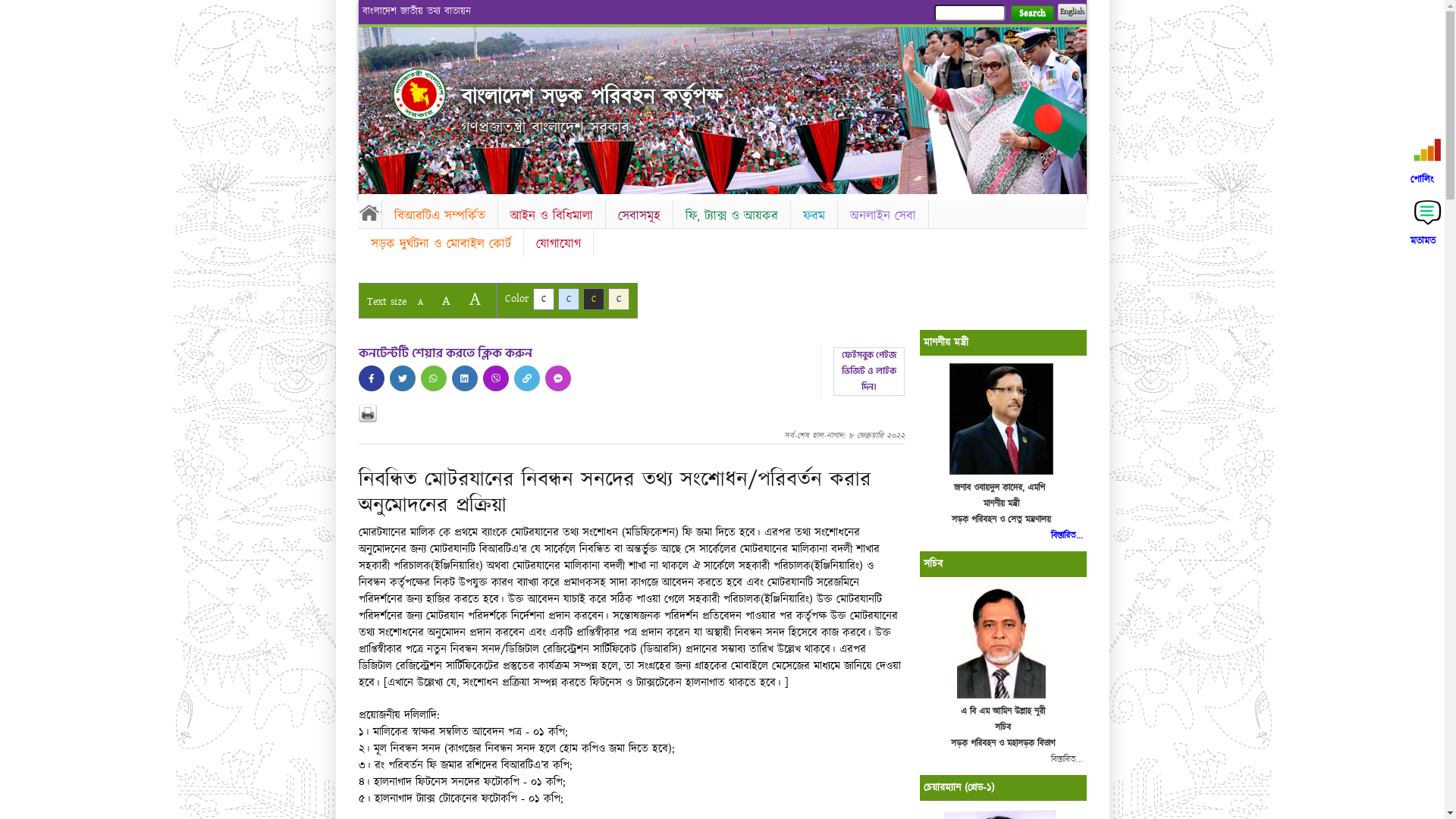 The height and width of the screenshot is (819, 1456). Describe the element at coordinates (567, 299) in the screenshot. I see `'C'` at that location.